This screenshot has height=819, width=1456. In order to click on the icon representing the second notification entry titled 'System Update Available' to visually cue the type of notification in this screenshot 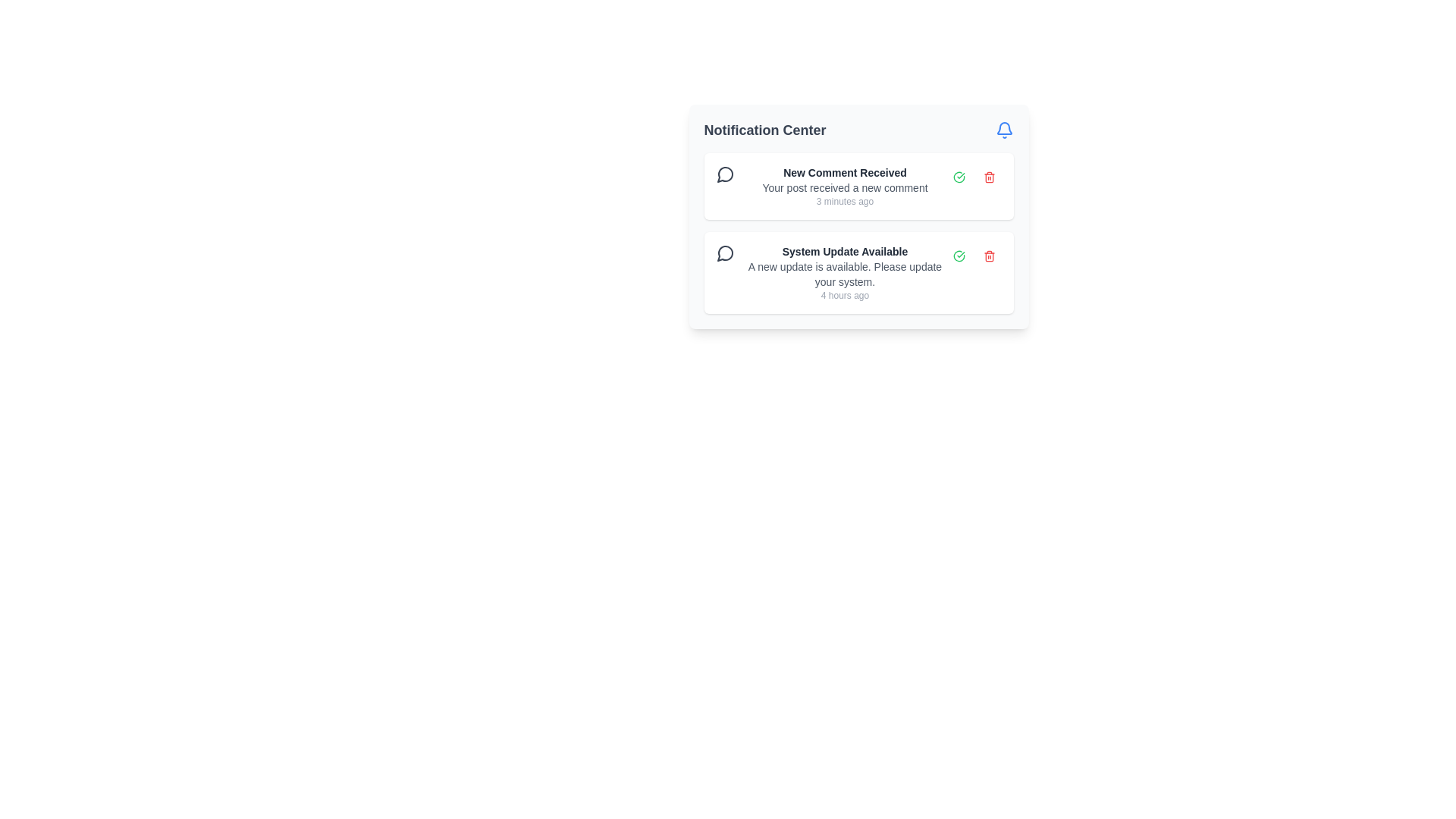, I will do `click(723, 253)`.